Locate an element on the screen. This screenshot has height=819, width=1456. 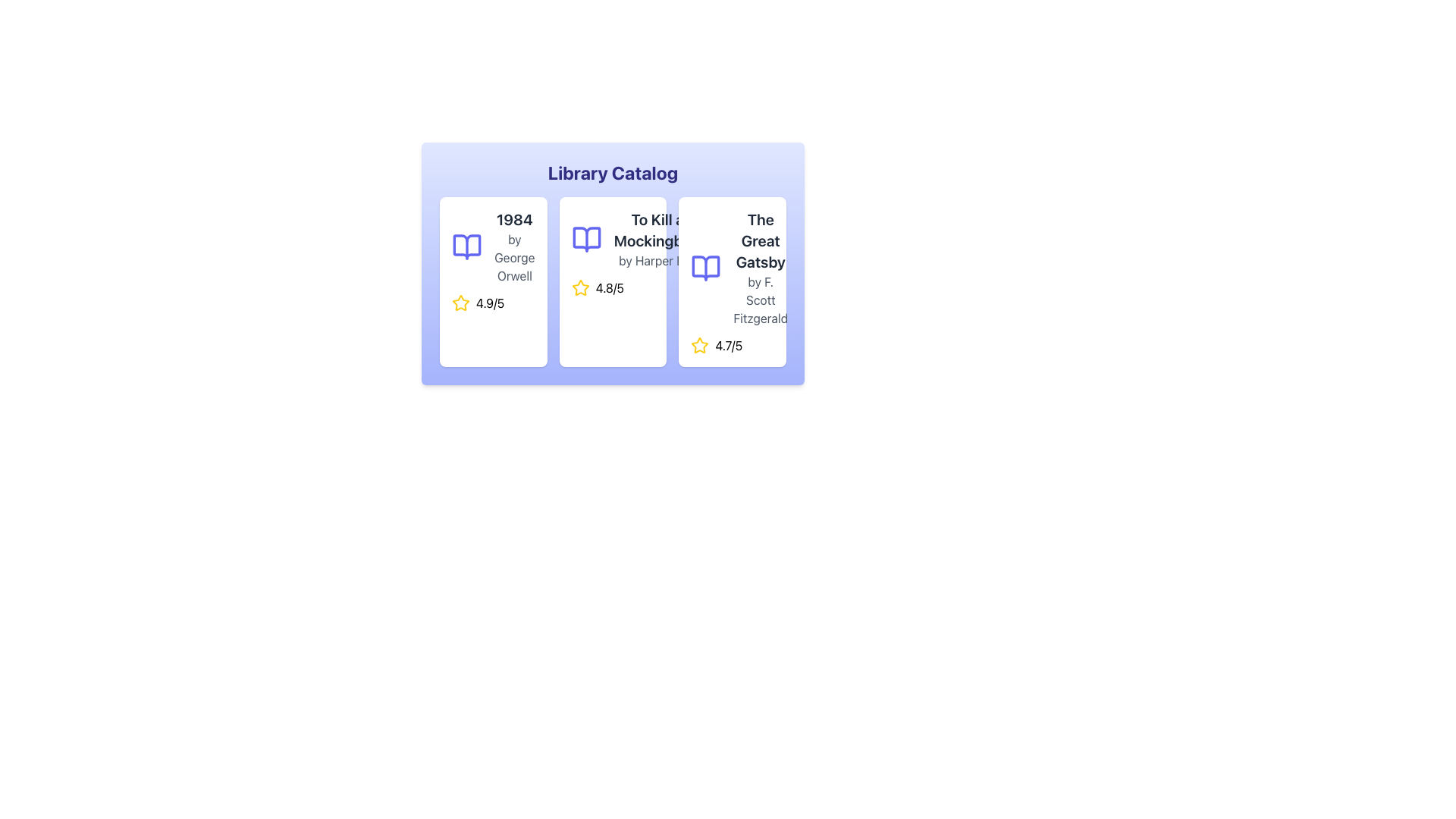
rating value displayed in the text label showing '4.9/5', which is styled with a black font on a white background and is located next to a yellow star icon in the book card for '1984' by George Orwell is located at coordinates (490, 303).